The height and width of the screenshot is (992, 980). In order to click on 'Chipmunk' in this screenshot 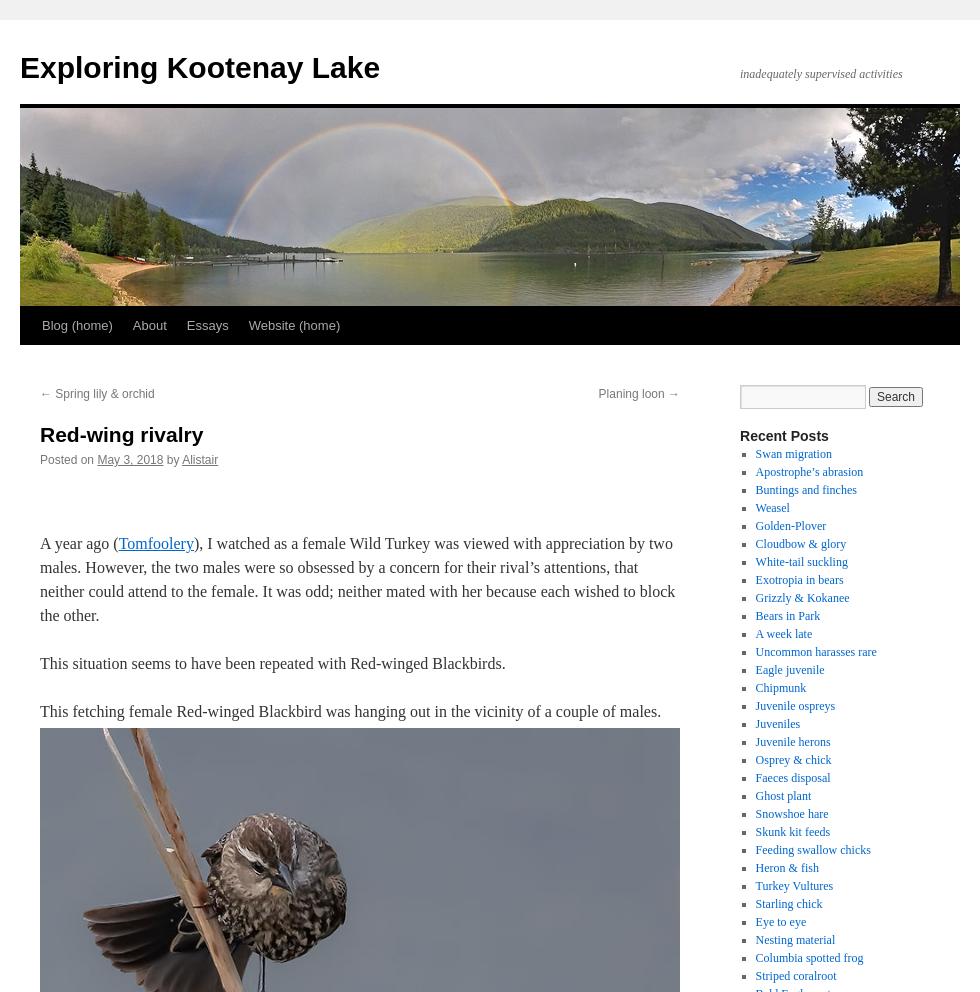, I will do `click(780, 686)`.